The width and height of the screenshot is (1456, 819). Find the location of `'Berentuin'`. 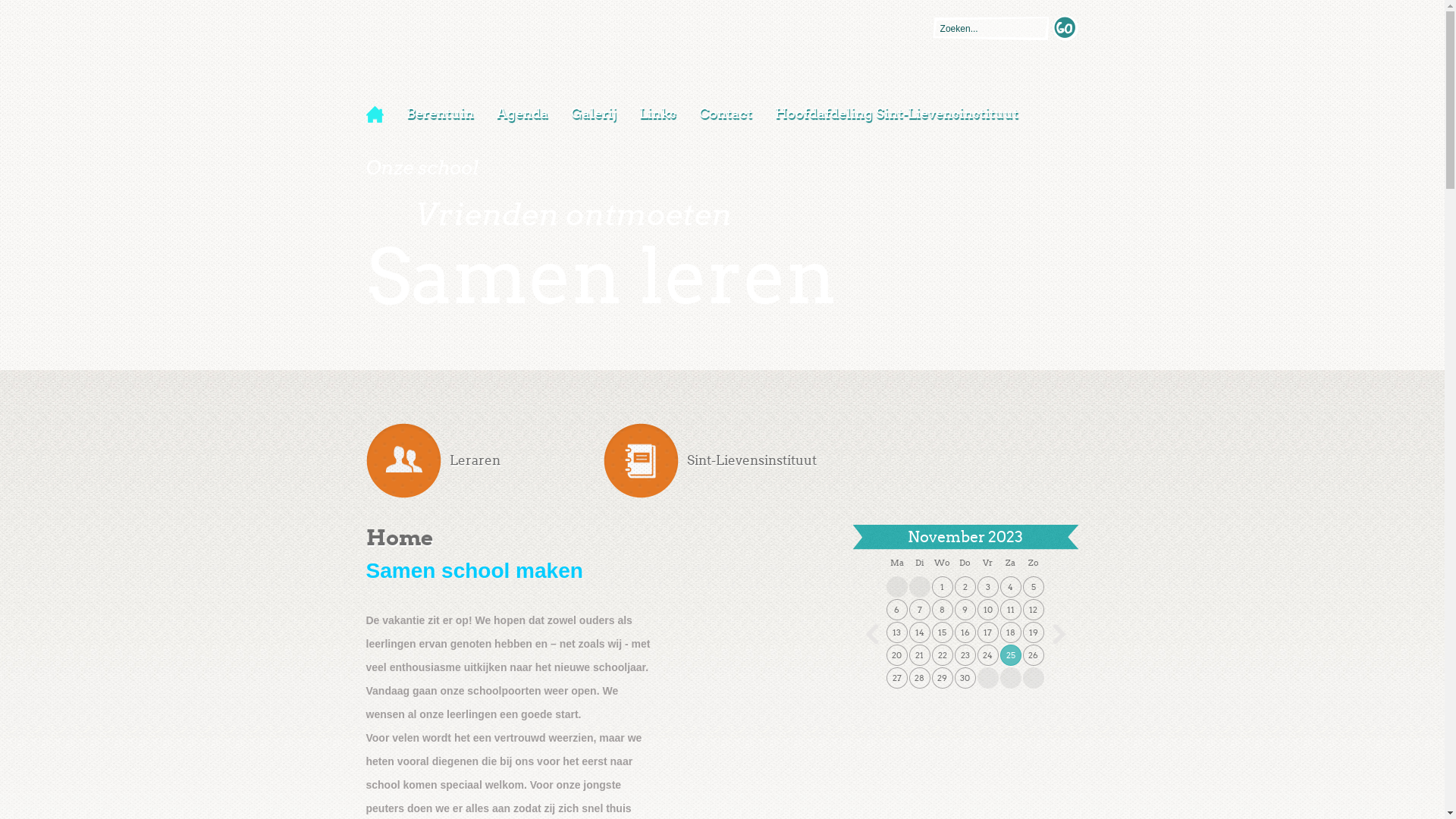

'Berentuin' is located at coordinates (394, 113).